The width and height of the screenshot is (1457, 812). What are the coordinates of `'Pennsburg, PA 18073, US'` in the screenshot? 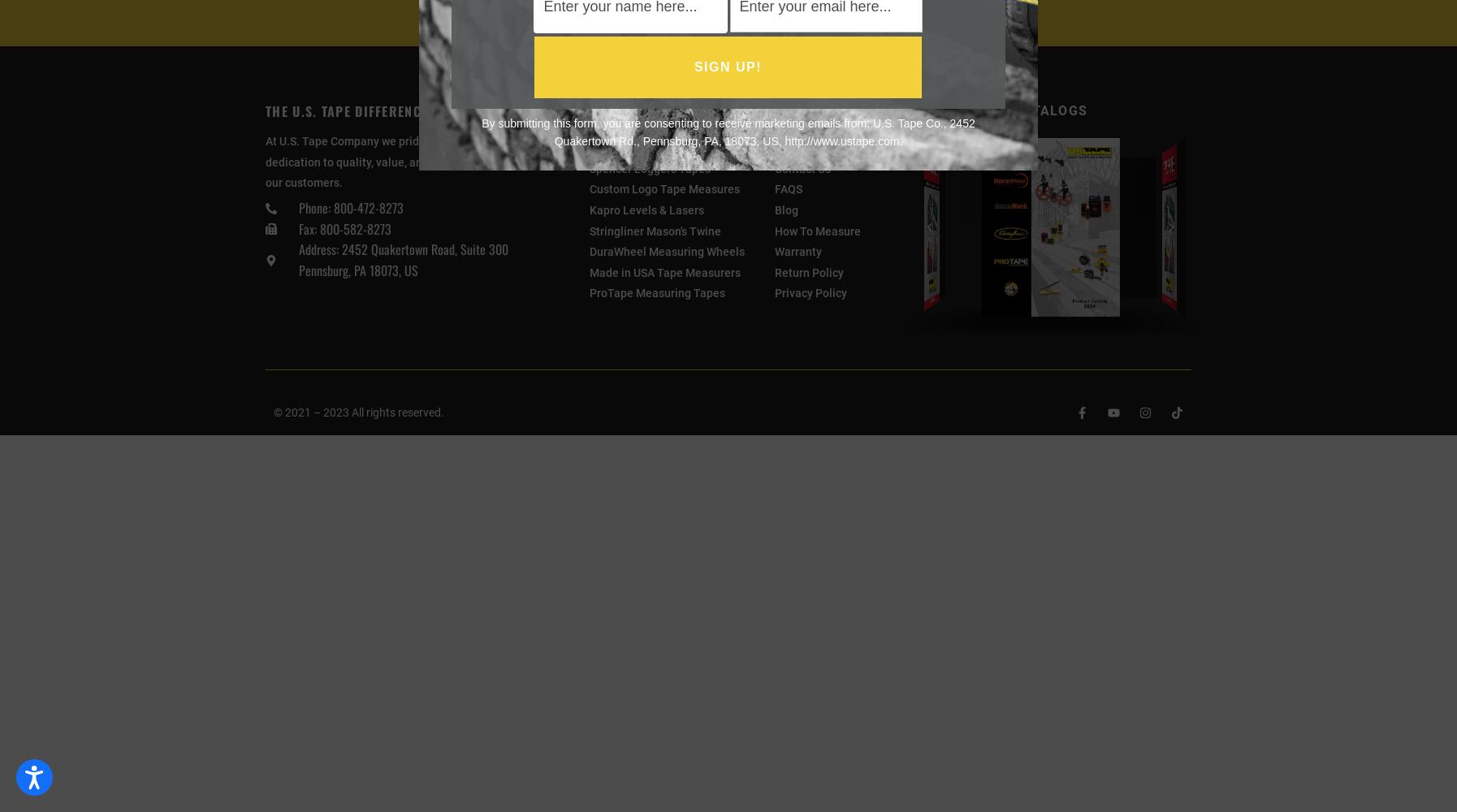 It's located at (357, 269).